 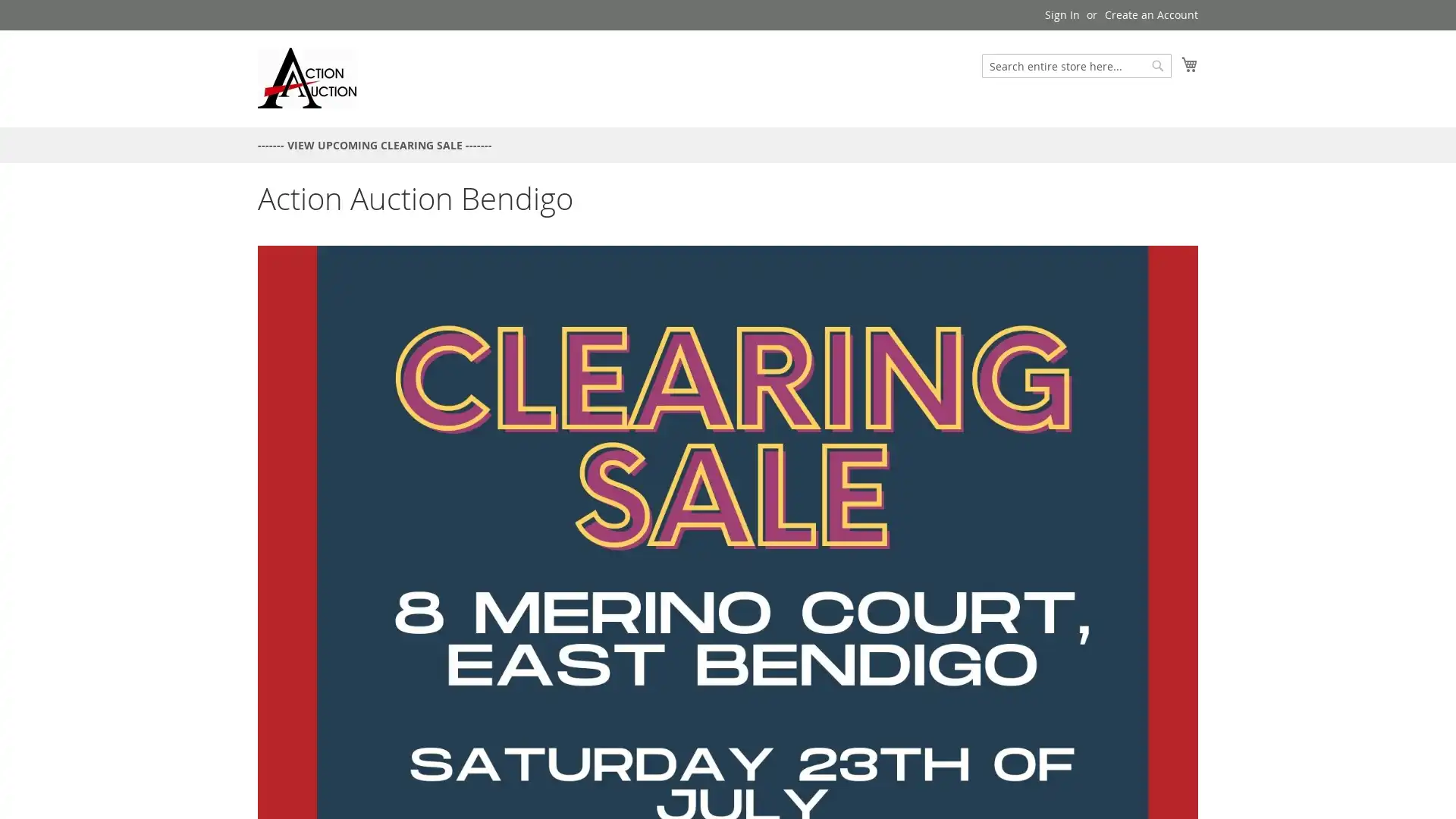 I want to click on Search, so click(x=1156, y=65).